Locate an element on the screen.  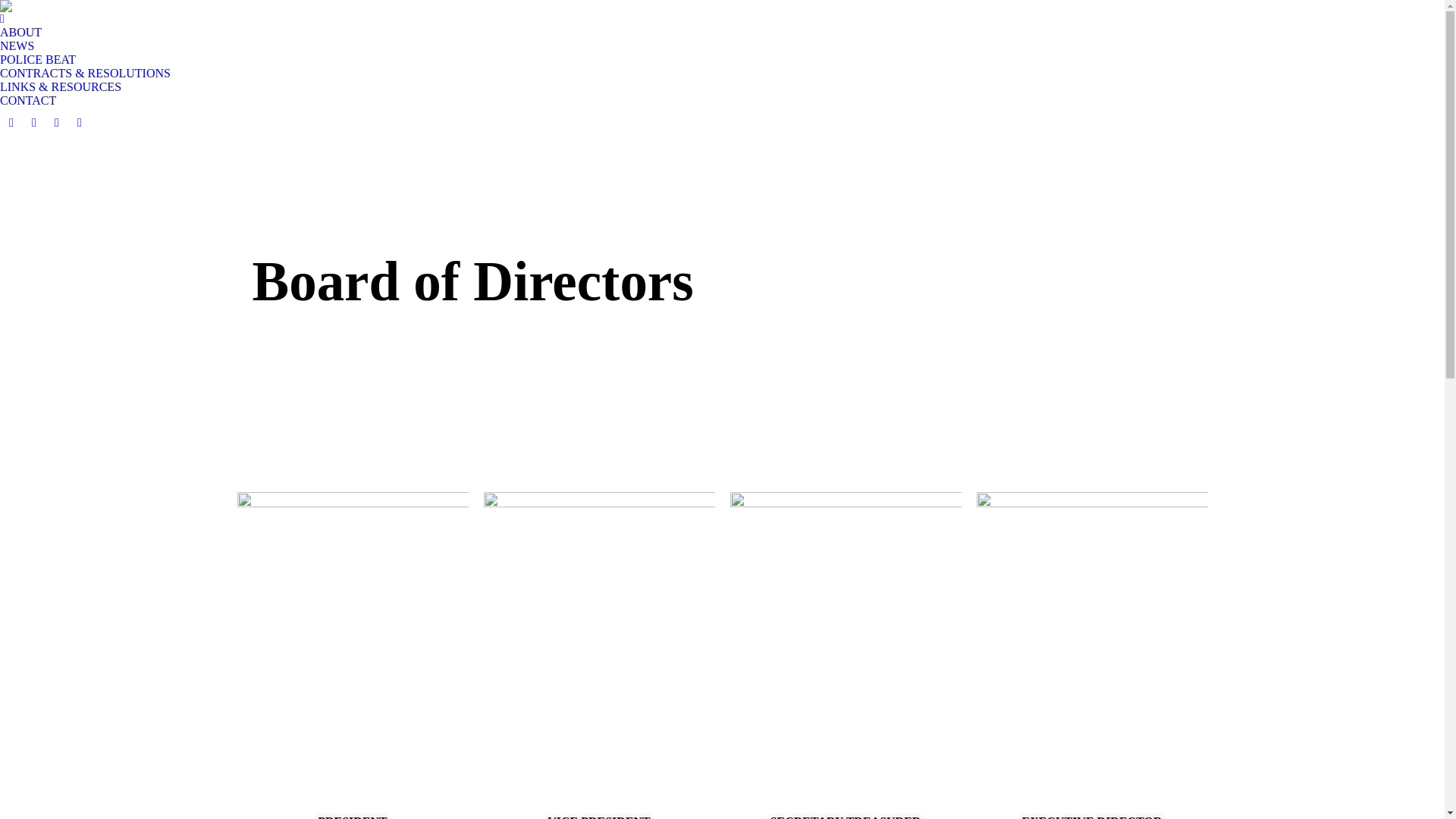
'NEWS' is located at coordinates (17, 45).